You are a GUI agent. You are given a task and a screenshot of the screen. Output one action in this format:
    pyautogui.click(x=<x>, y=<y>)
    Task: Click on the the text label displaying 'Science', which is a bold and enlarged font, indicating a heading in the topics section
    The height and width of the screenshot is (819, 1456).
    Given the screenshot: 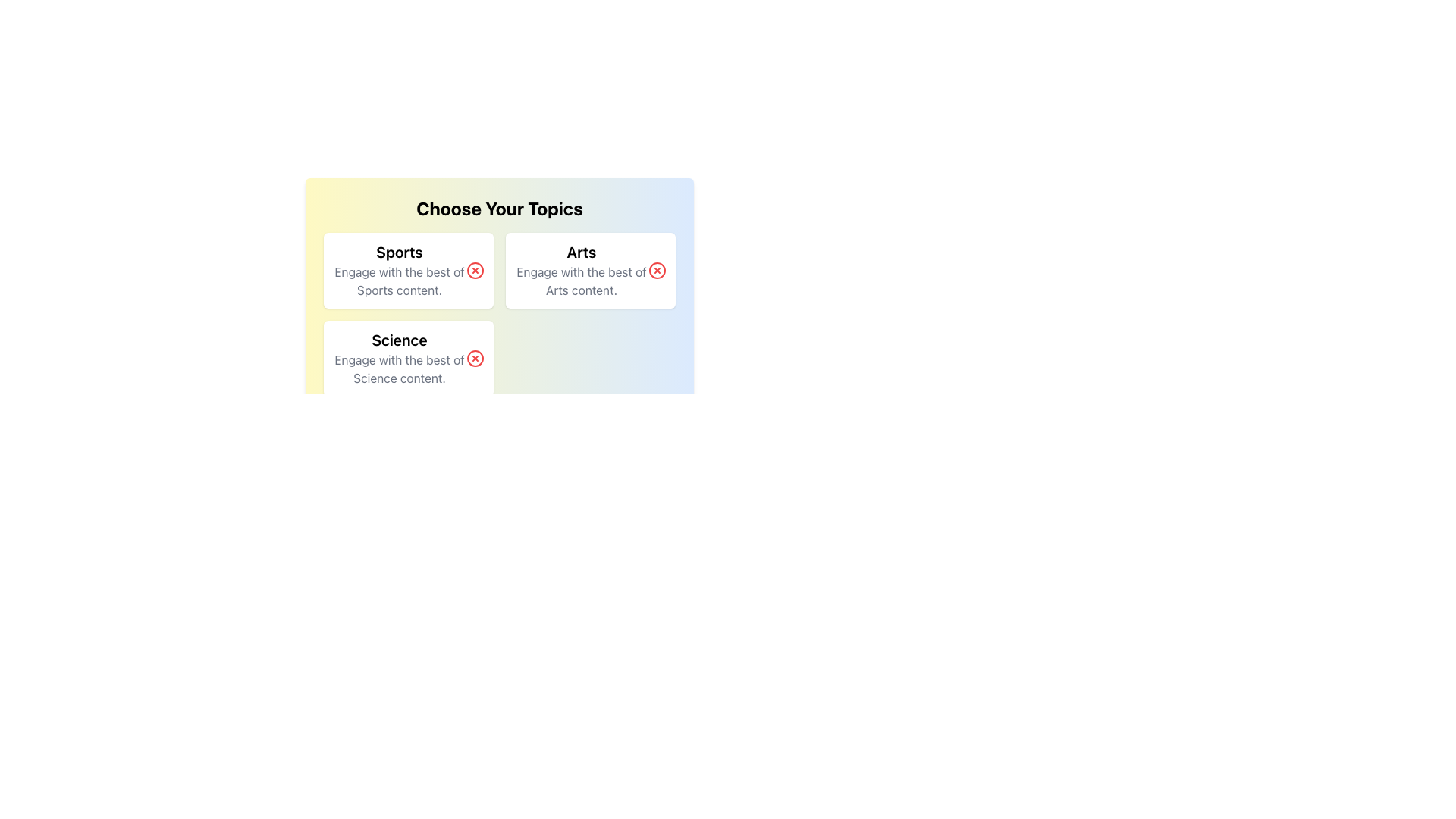 What is the action you would take?
    pyautogui.click(x=400, y=339)
    